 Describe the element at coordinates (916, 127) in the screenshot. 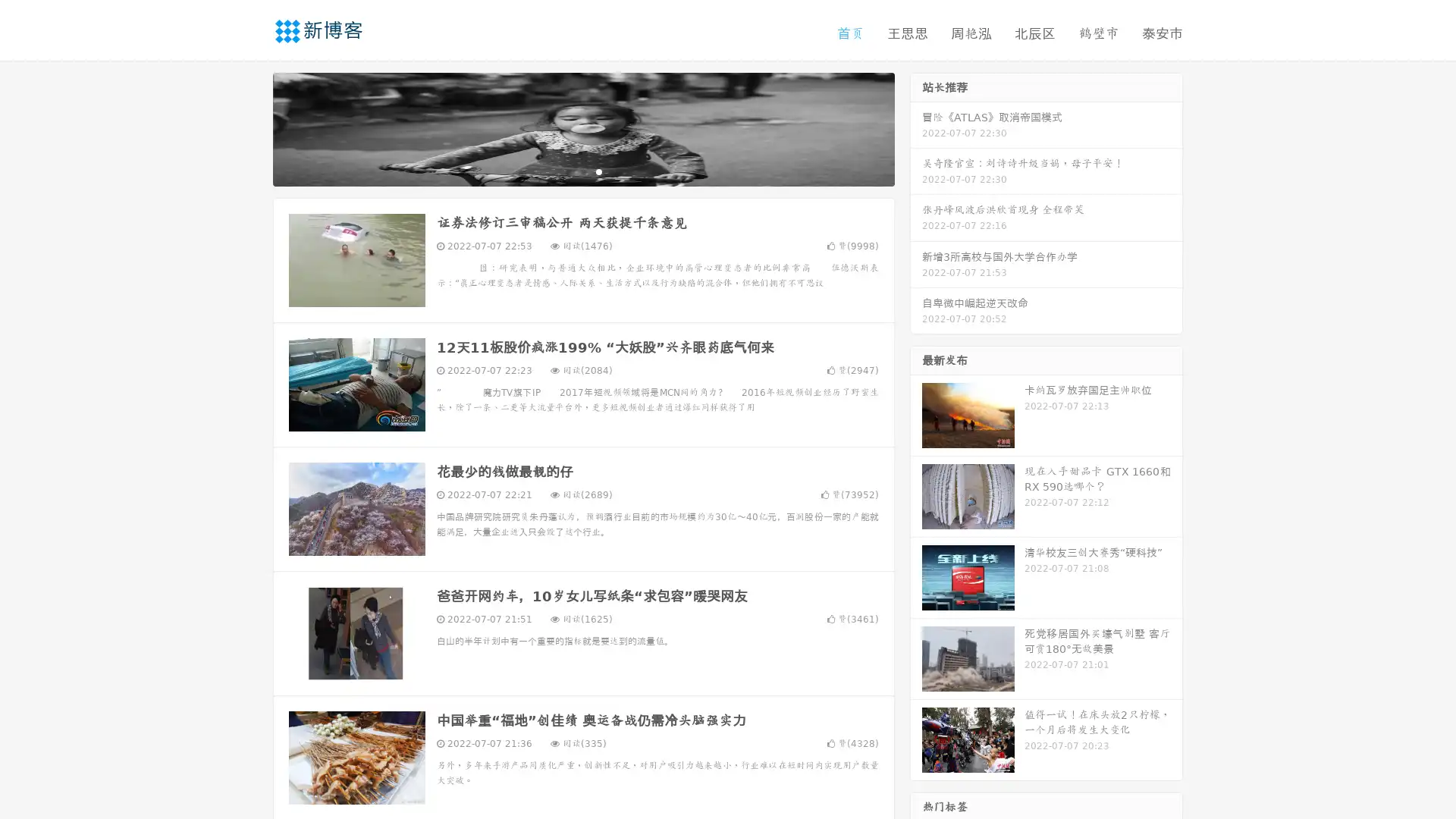

I see `Next slide` at that location.